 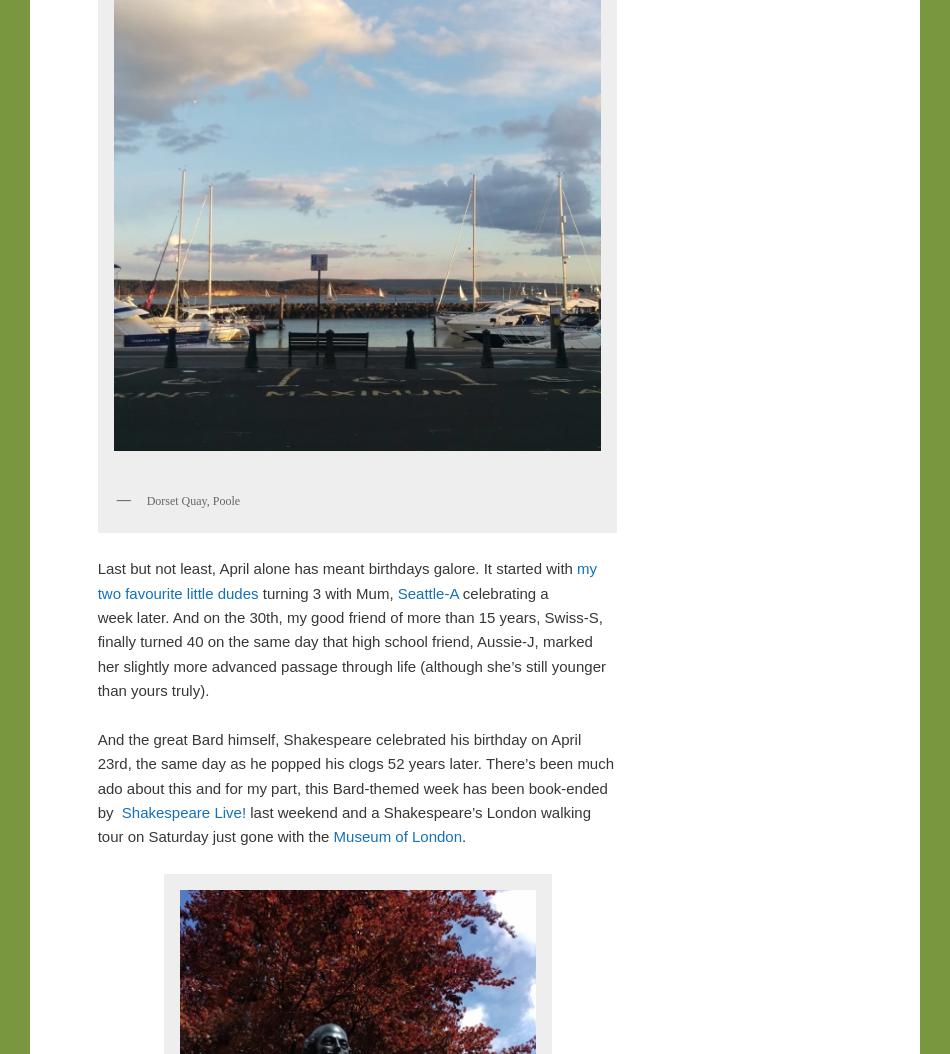 I want to click on 'Museum of London', so click(x=396, y=835).